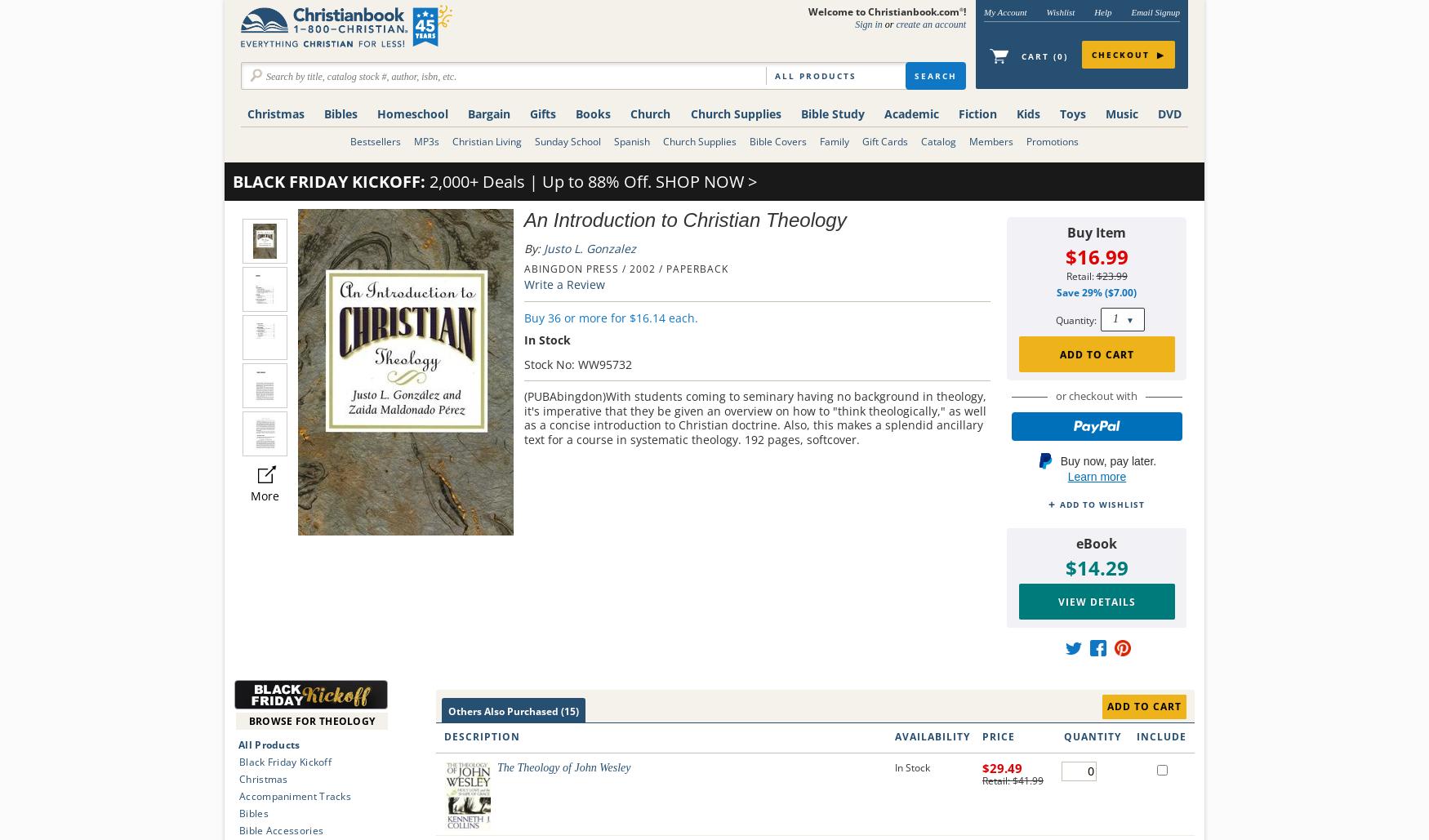 This screenshot has height=840, width=1429. What do you see at coordinates (884, 113) in the screenshot?
I see `'Academic'` at bounding box center [884, 113].